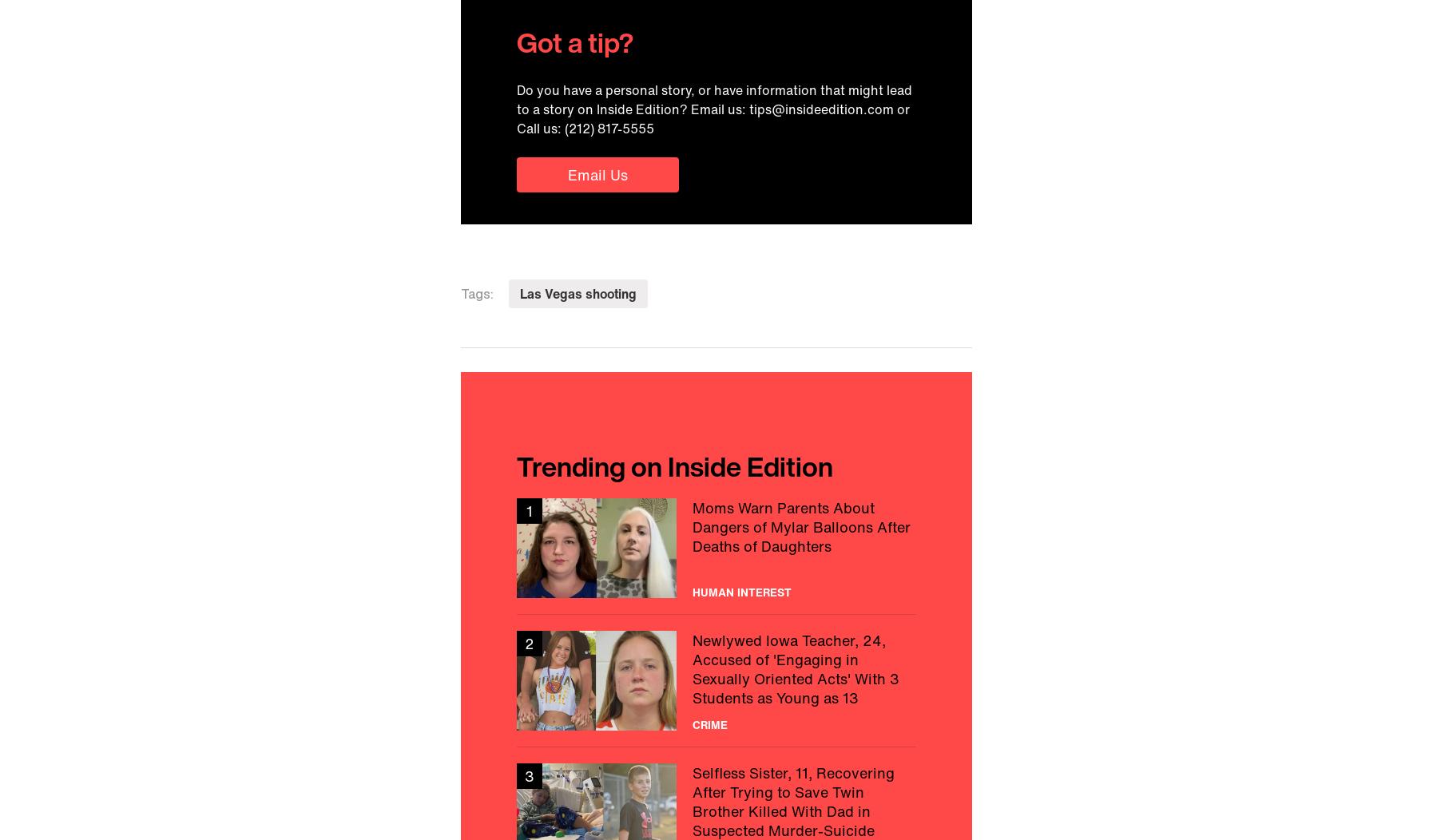 Image resolution: width=1433 pixels, height=840 pixels. What do you see at coordinates (713, 117) in the screenshot?
I see `'or Call us:'` at bounding box center [713, 117].